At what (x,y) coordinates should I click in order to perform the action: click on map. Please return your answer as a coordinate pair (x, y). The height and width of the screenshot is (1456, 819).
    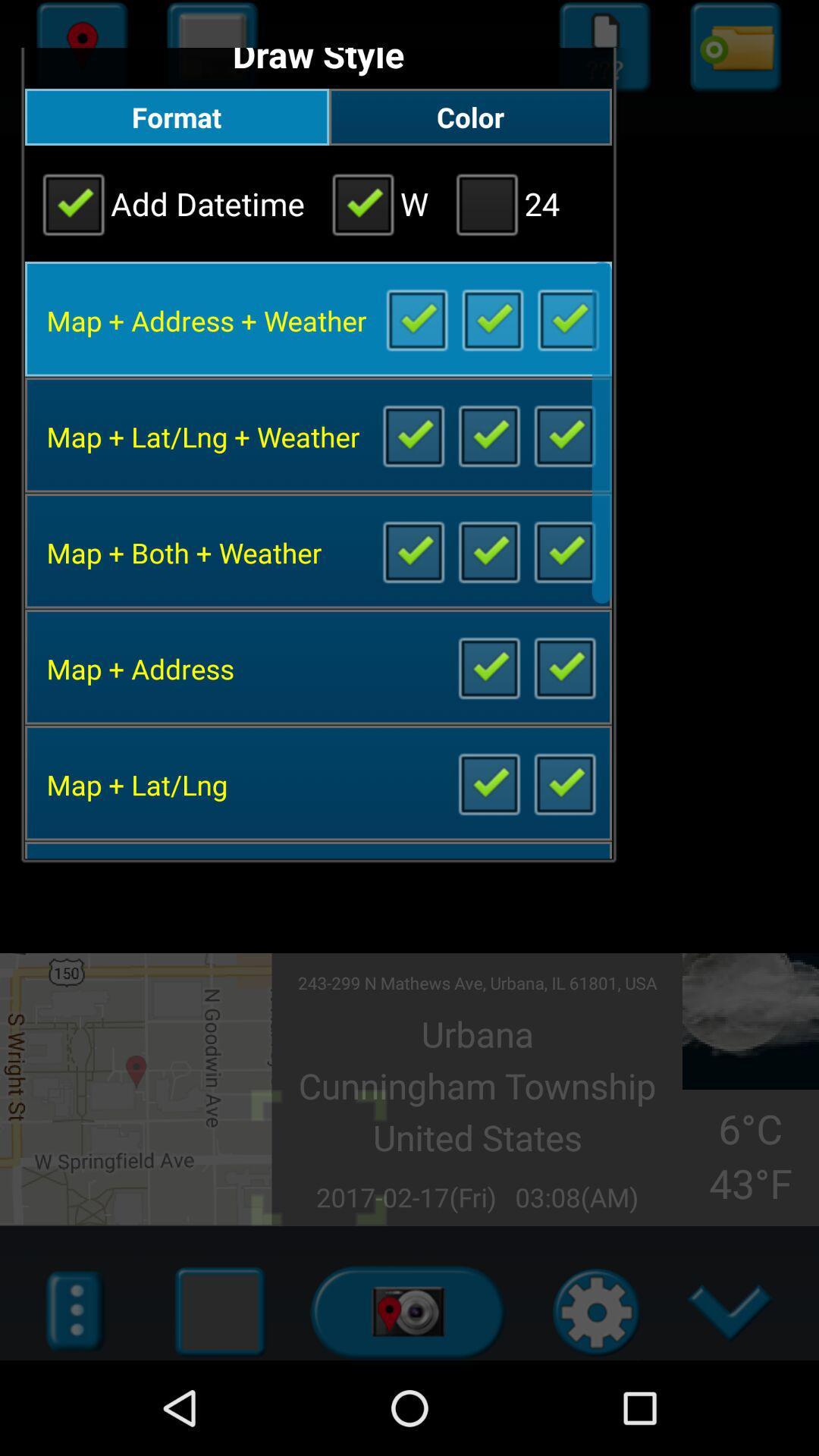
    Looking at the image, I should click on (413, 550).